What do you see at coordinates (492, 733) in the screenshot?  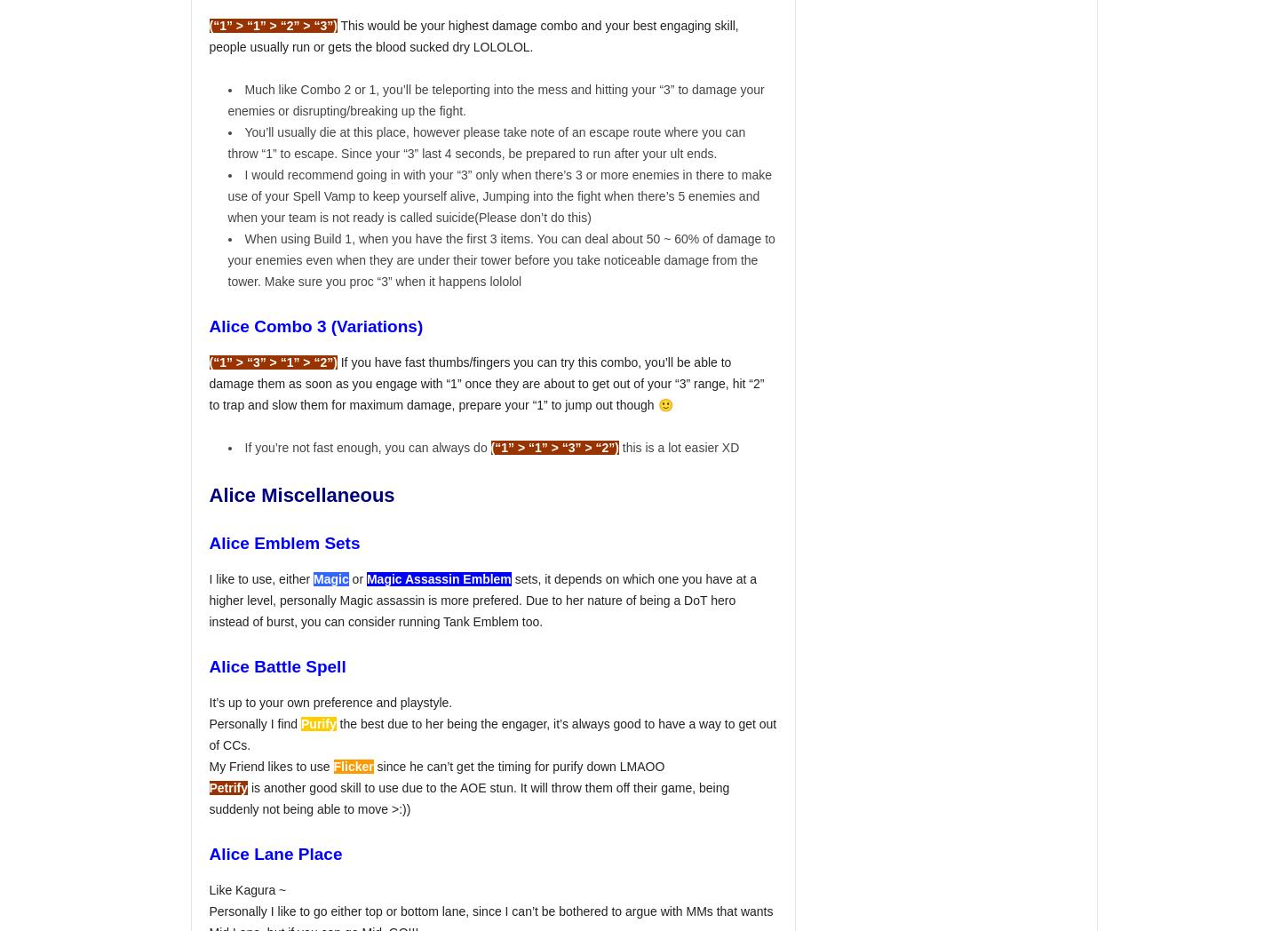 I see `'the best due to her being the engager, it’s always good to have a way to get out of CCs.'` at bounding box center [492, 733].